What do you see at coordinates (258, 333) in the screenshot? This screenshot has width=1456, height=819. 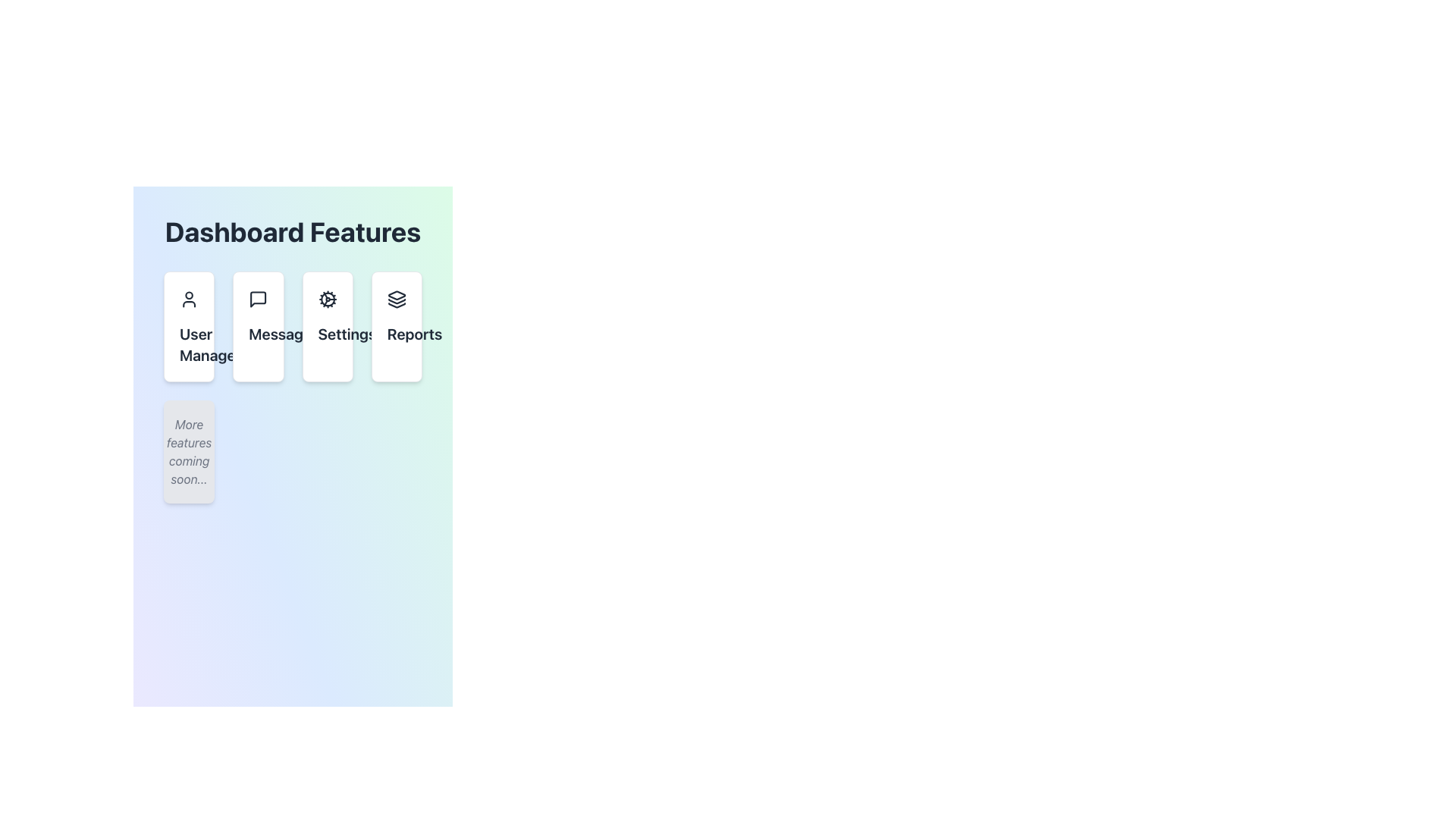 I see `text label displaying 'Messages' which is a bold, large font text centered under a messaging icon in the Dashboard Features section` at bounding box center [258, 333].